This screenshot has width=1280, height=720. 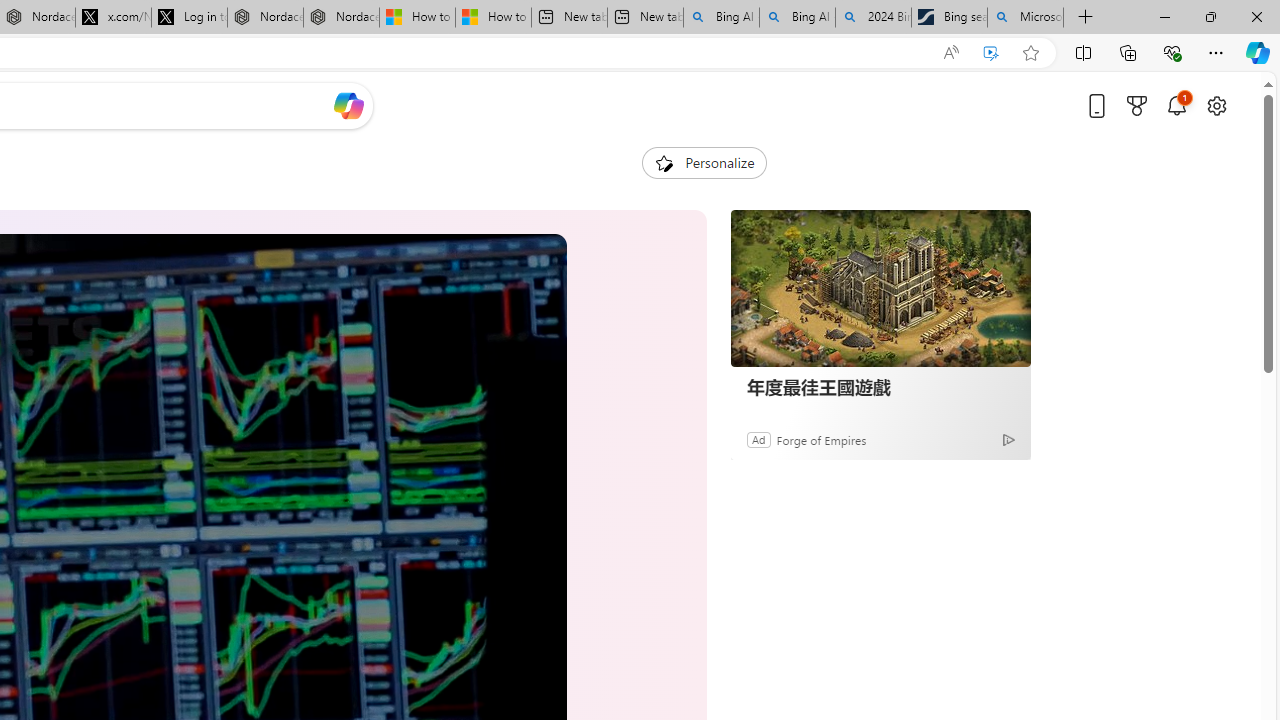 I want to click on 'Notifications', so click(x=1176, y=105).